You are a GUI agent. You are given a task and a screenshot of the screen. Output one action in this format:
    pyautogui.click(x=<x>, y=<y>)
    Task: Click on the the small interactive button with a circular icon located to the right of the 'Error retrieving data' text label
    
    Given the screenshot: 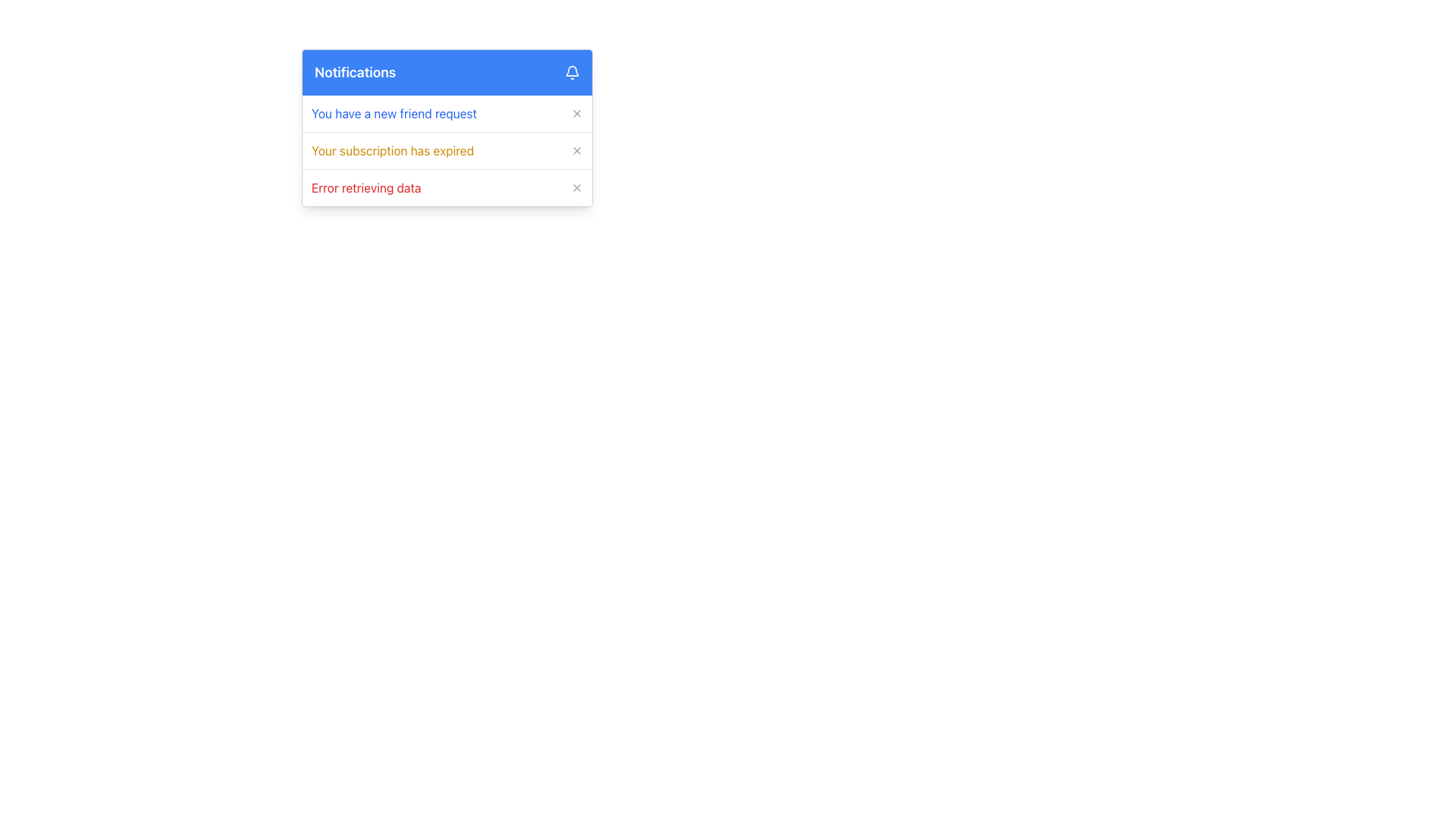 What is the action you would take?
    pyautogui.click(x=576, y=187)
    